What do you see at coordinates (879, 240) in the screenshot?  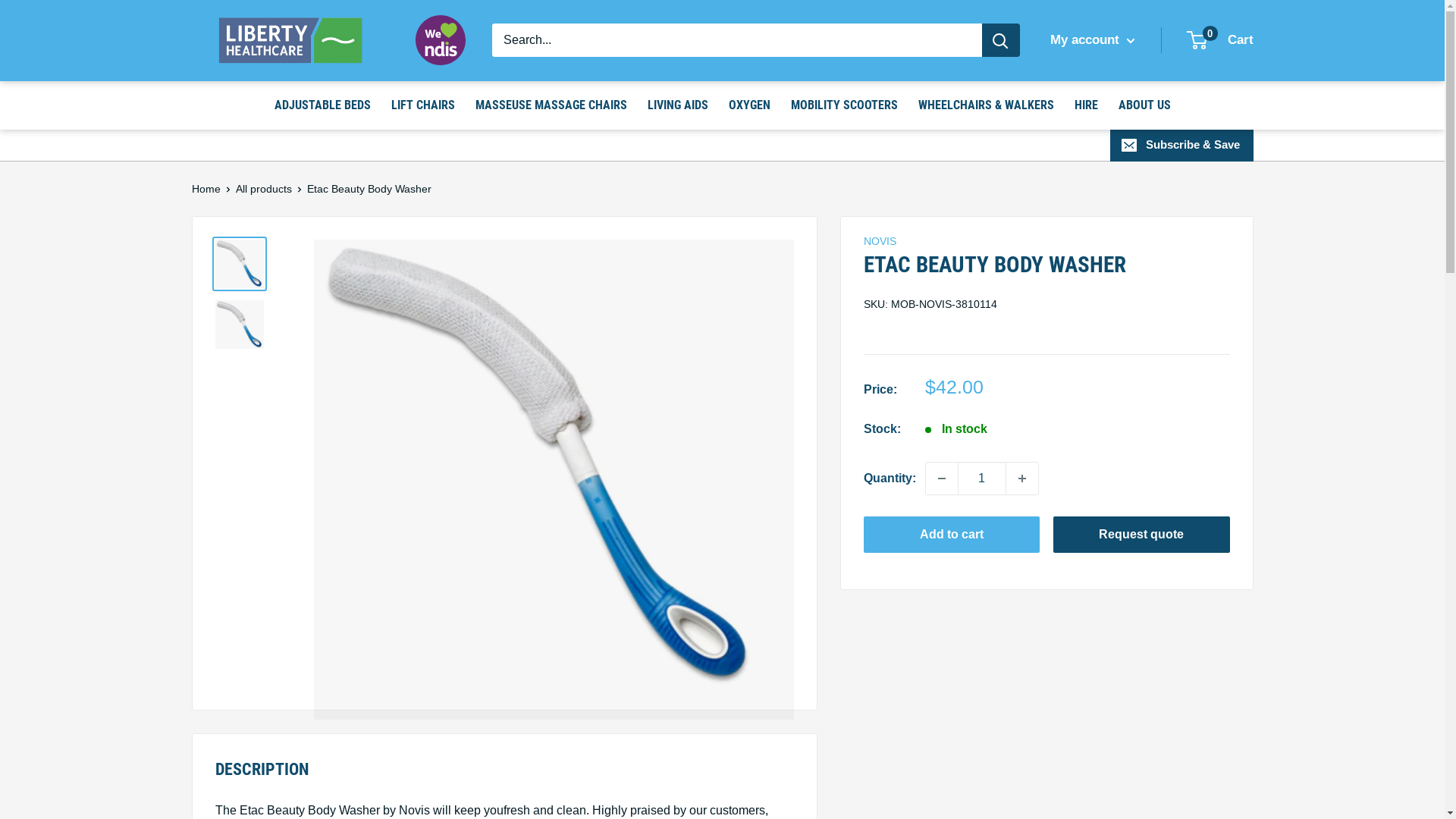 I see `'NOVIS'` at bounding box center [879, 240].